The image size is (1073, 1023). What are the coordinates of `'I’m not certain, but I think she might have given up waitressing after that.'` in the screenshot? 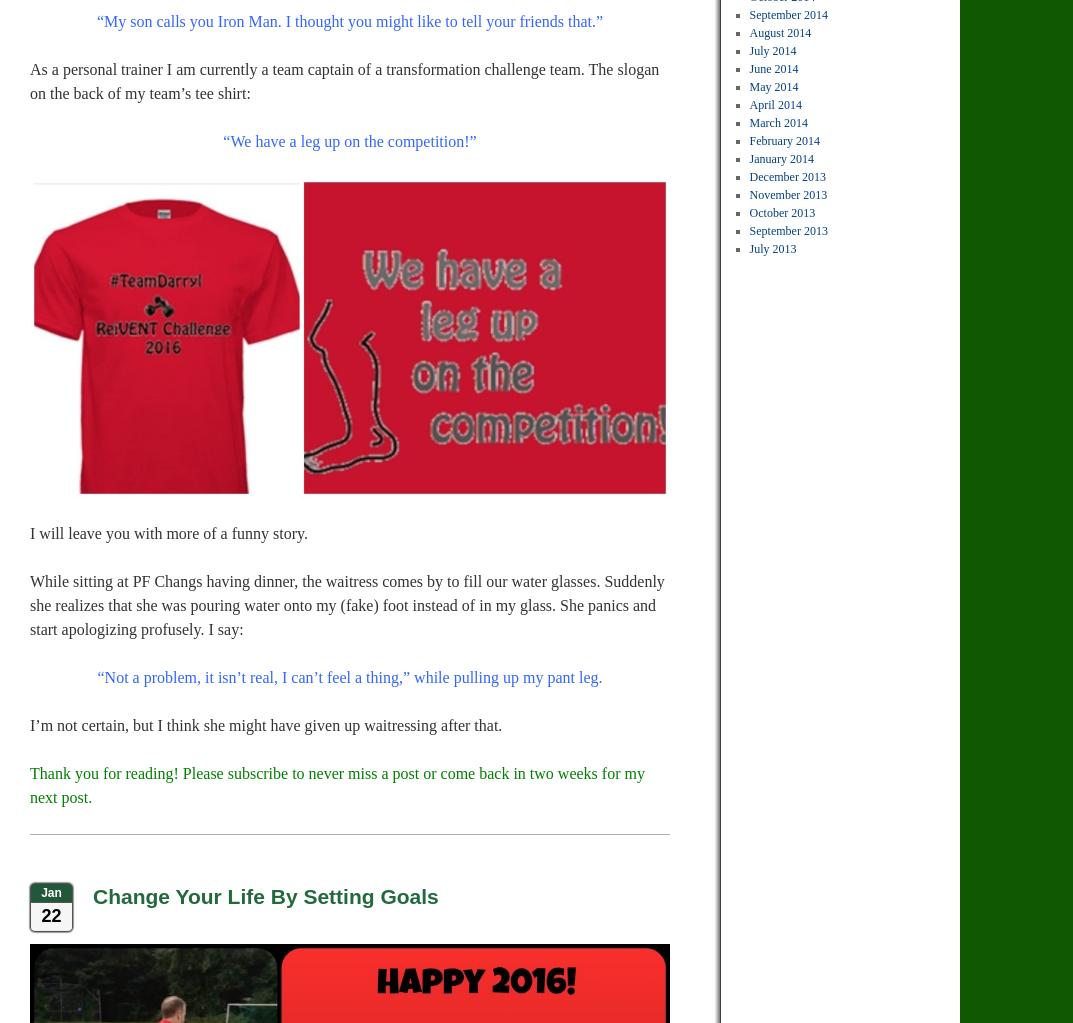 It's located at (264, 725).